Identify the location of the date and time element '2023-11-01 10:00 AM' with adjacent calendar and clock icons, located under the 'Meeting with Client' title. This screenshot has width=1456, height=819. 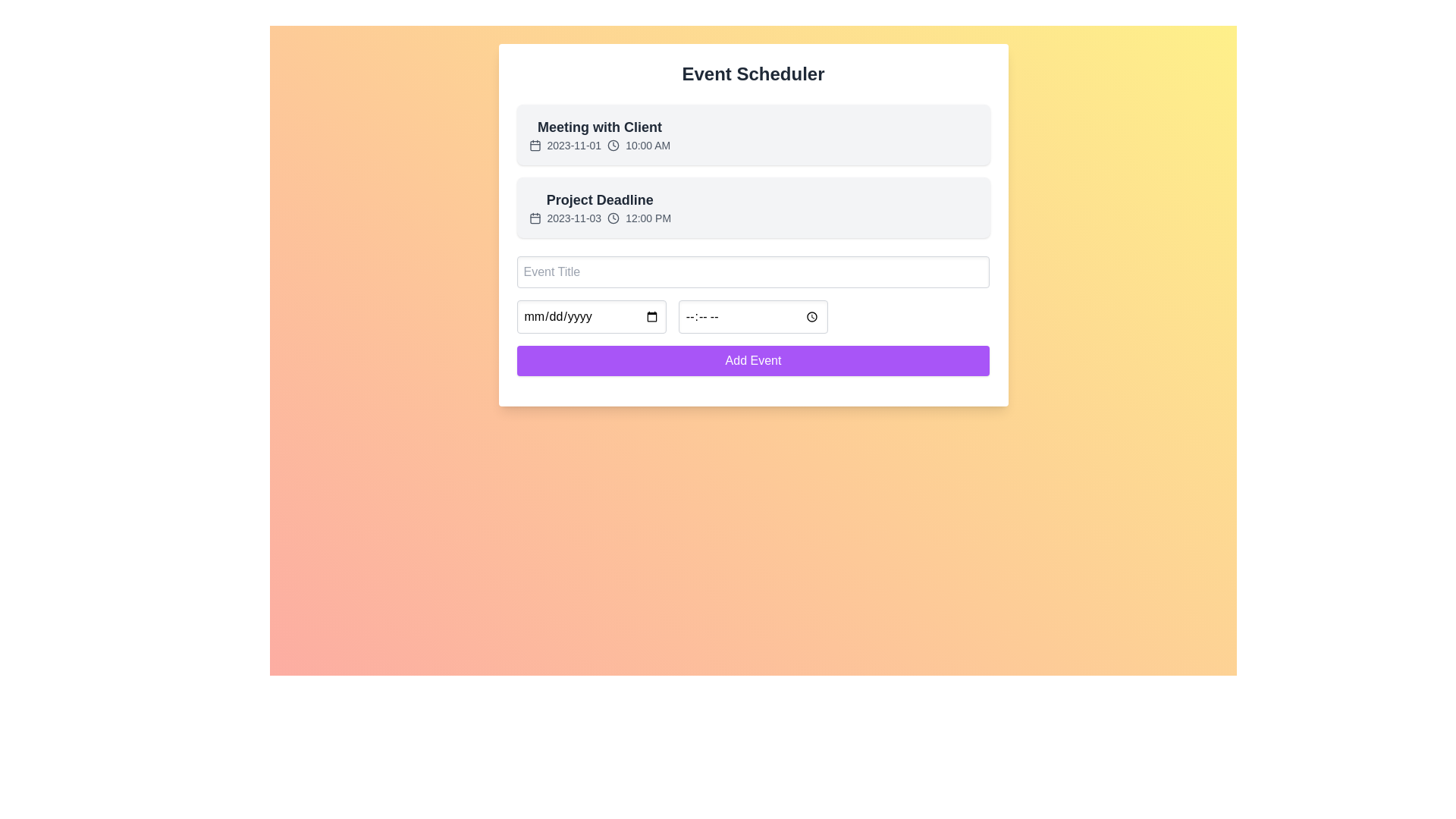
(598, 146).